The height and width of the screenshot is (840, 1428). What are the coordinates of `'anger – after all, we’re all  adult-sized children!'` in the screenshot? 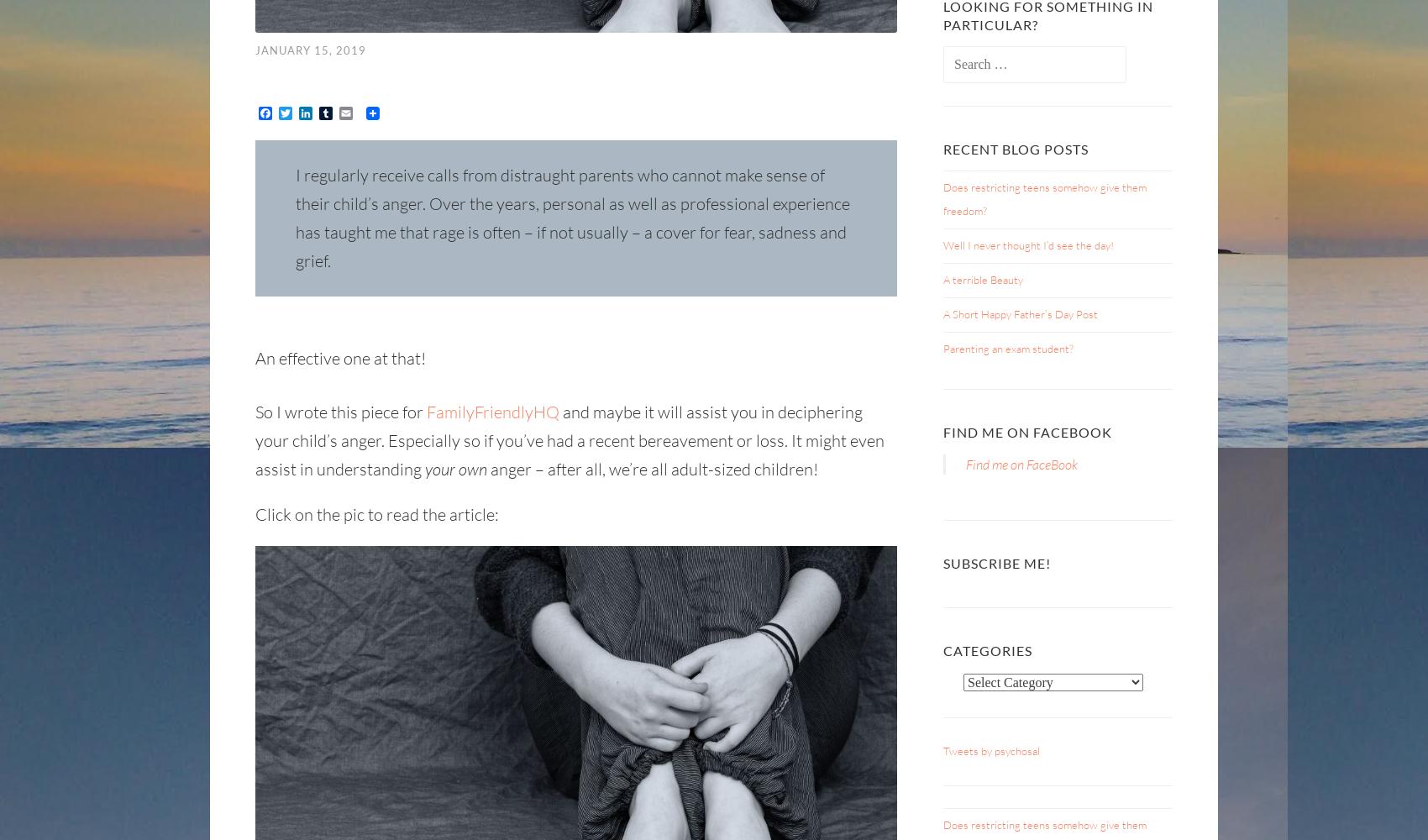 It's located at (652, 468).